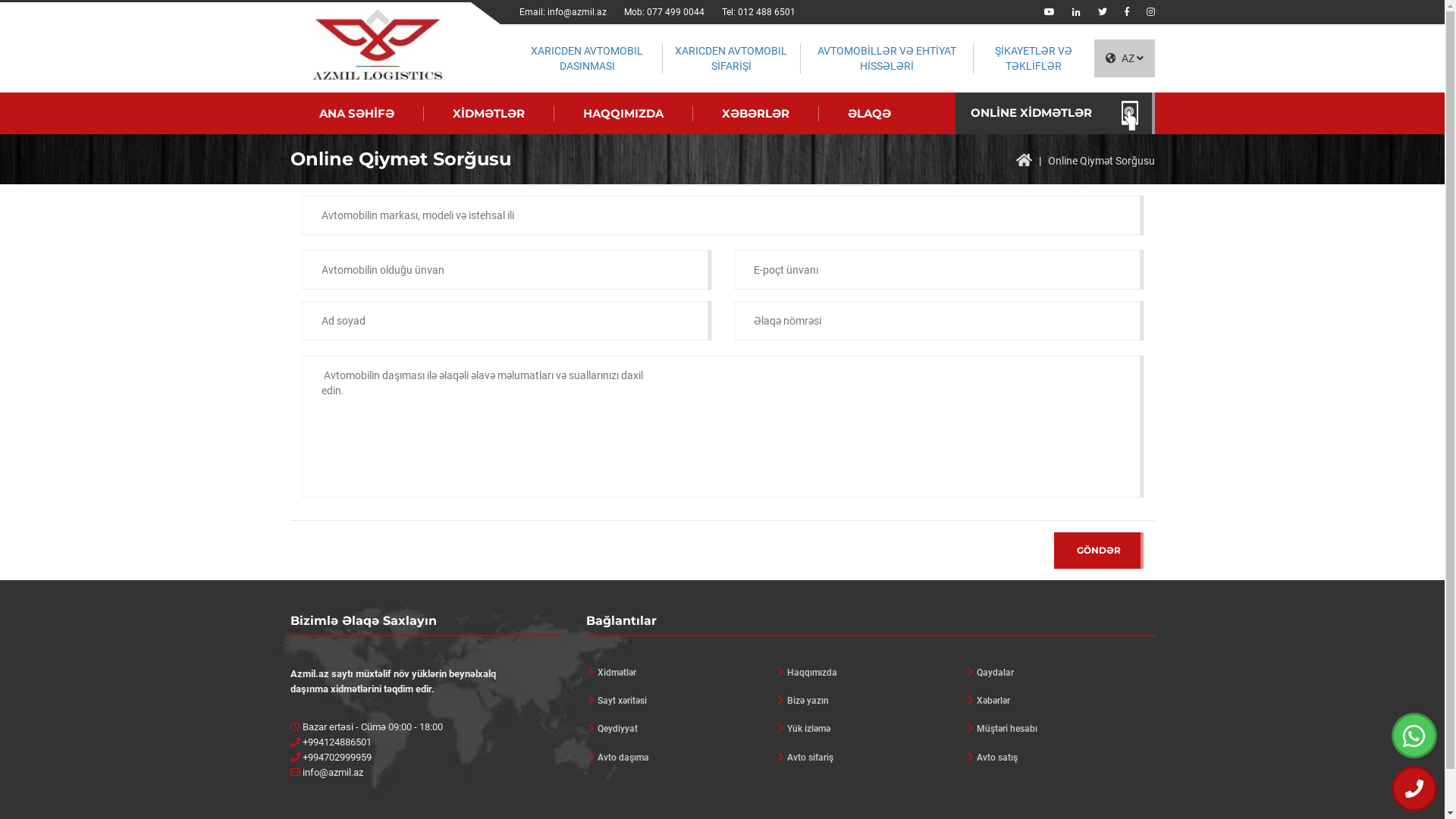 Image resolution: width=1456 pixels, height=819 pixels. I want to click on 'HAQQIMIZDA', so click(623, 113).